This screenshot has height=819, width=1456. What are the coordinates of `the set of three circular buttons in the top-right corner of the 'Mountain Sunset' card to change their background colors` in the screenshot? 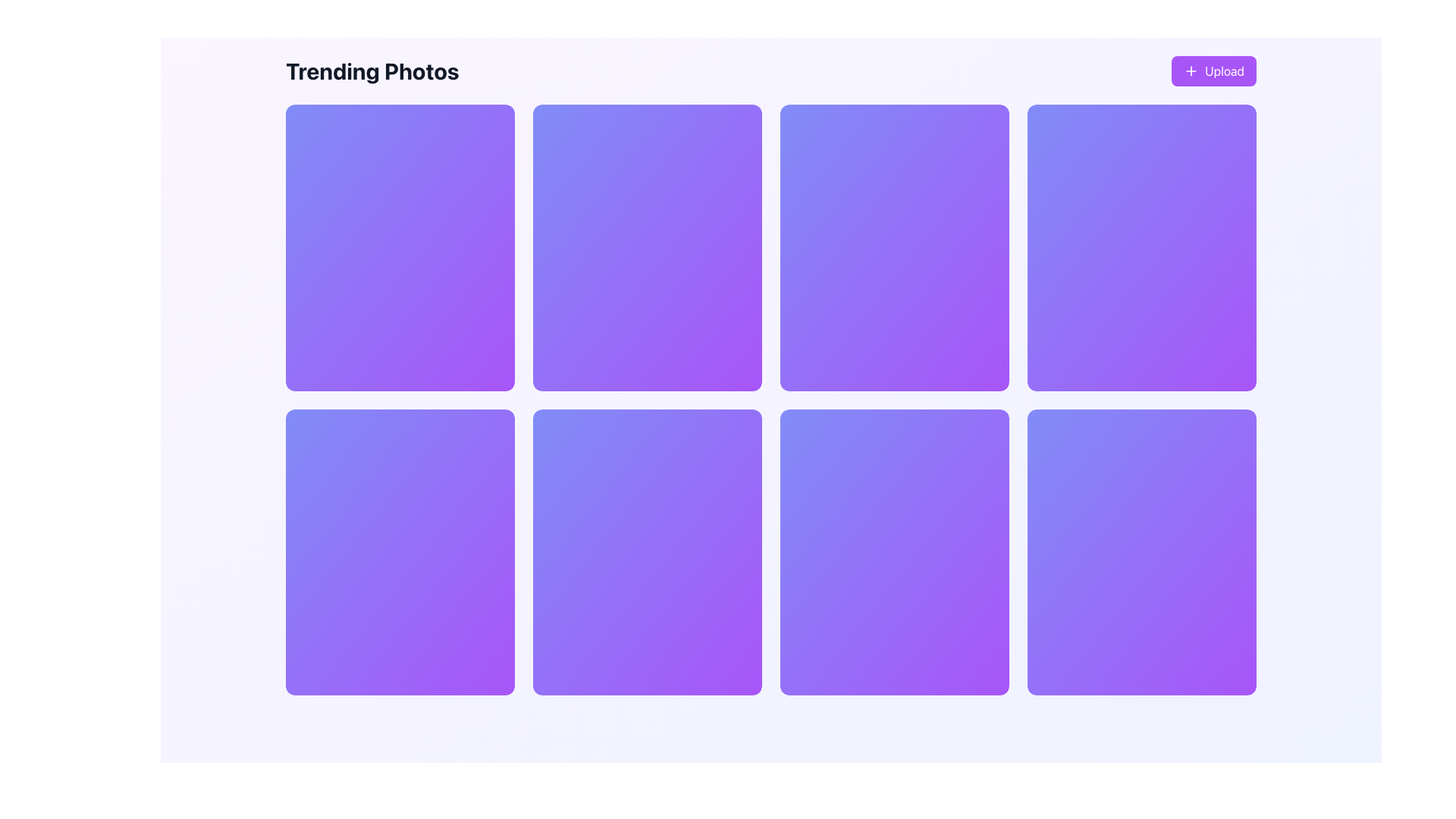 It's located at (459, 127).